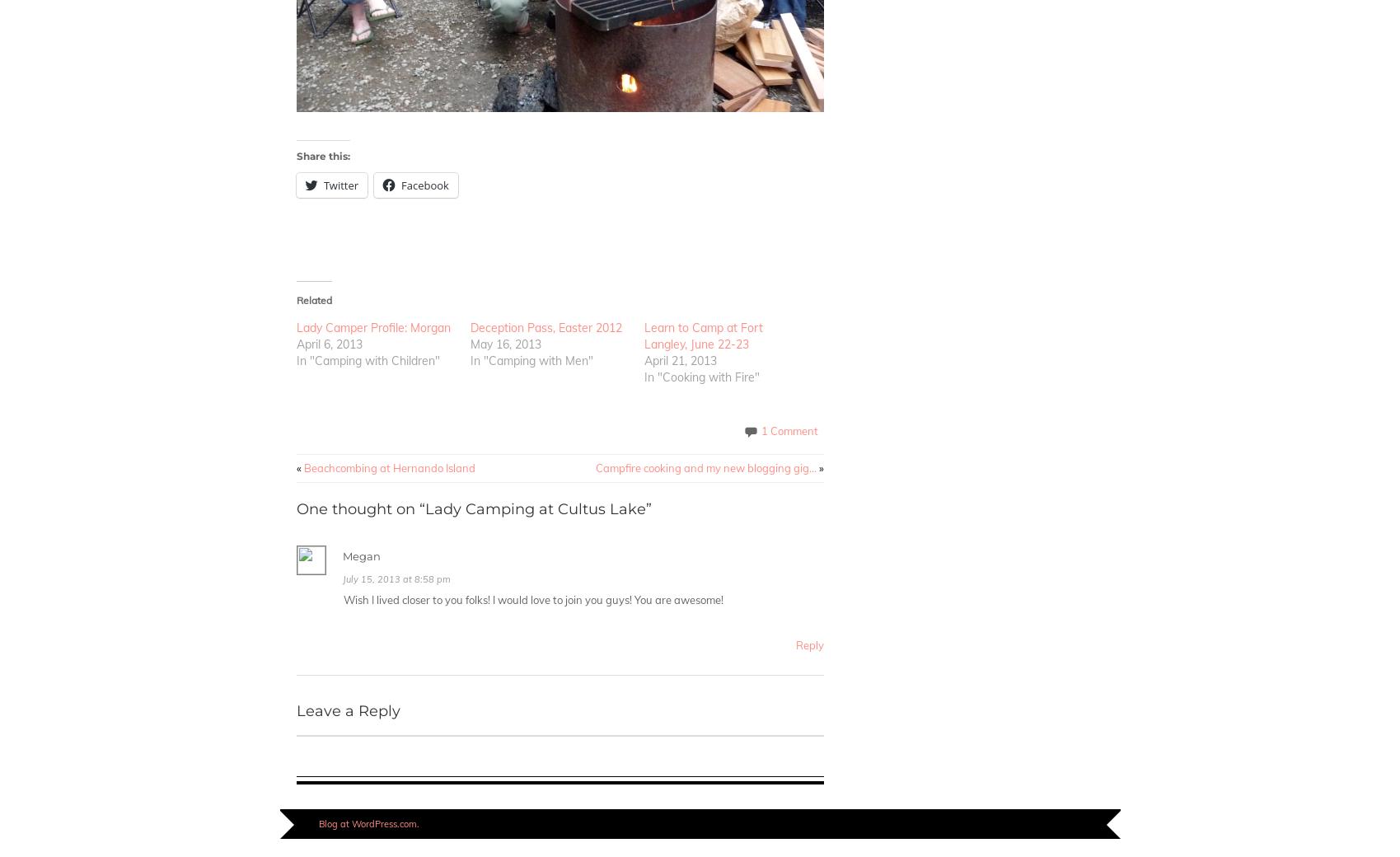  Describe the element at coordinates (322, 156) in the screenshot. I see `'Share this:'` at that location.